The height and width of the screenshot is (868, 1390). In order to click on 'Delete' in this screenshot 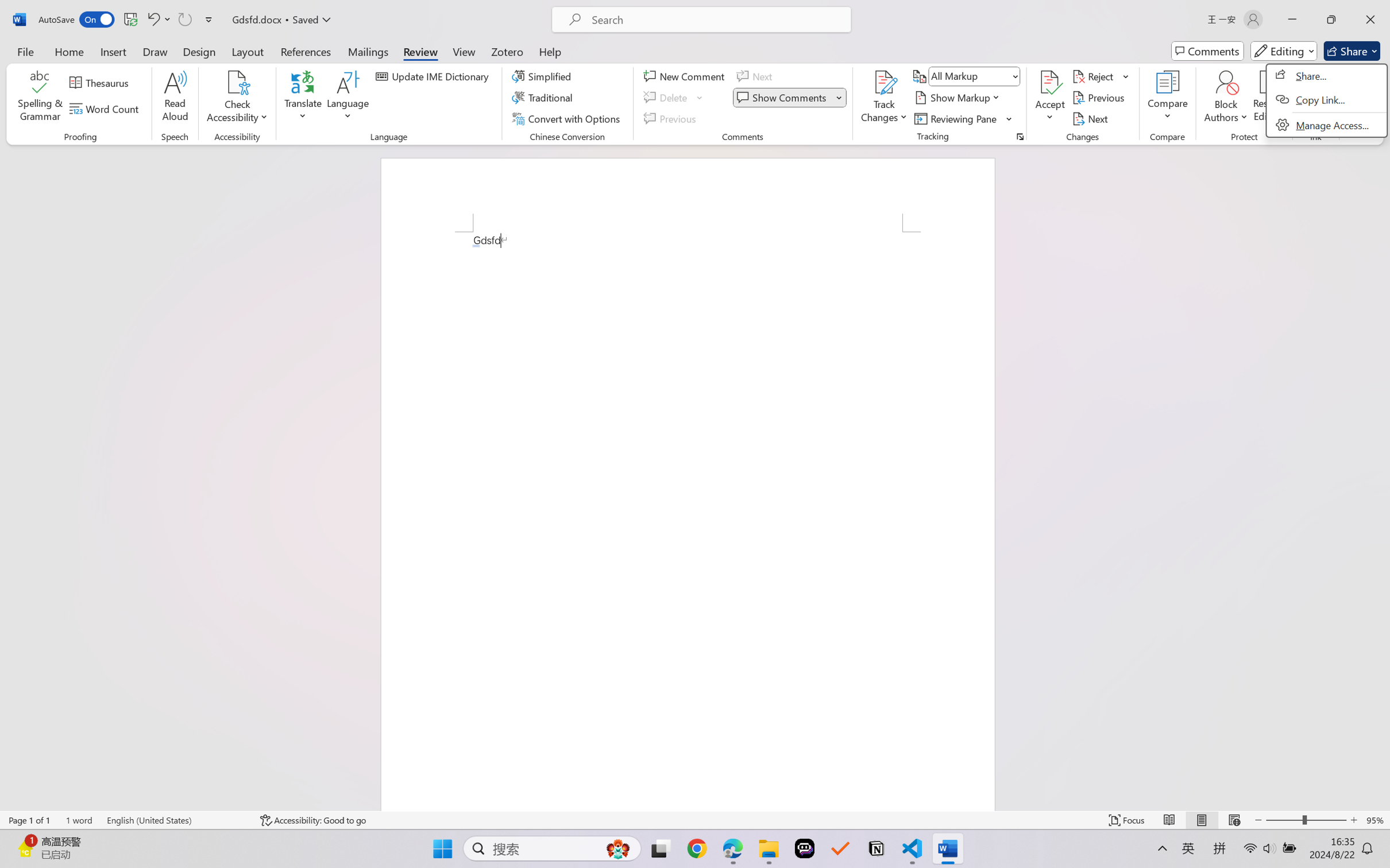, I will do `click(674, 98)`.